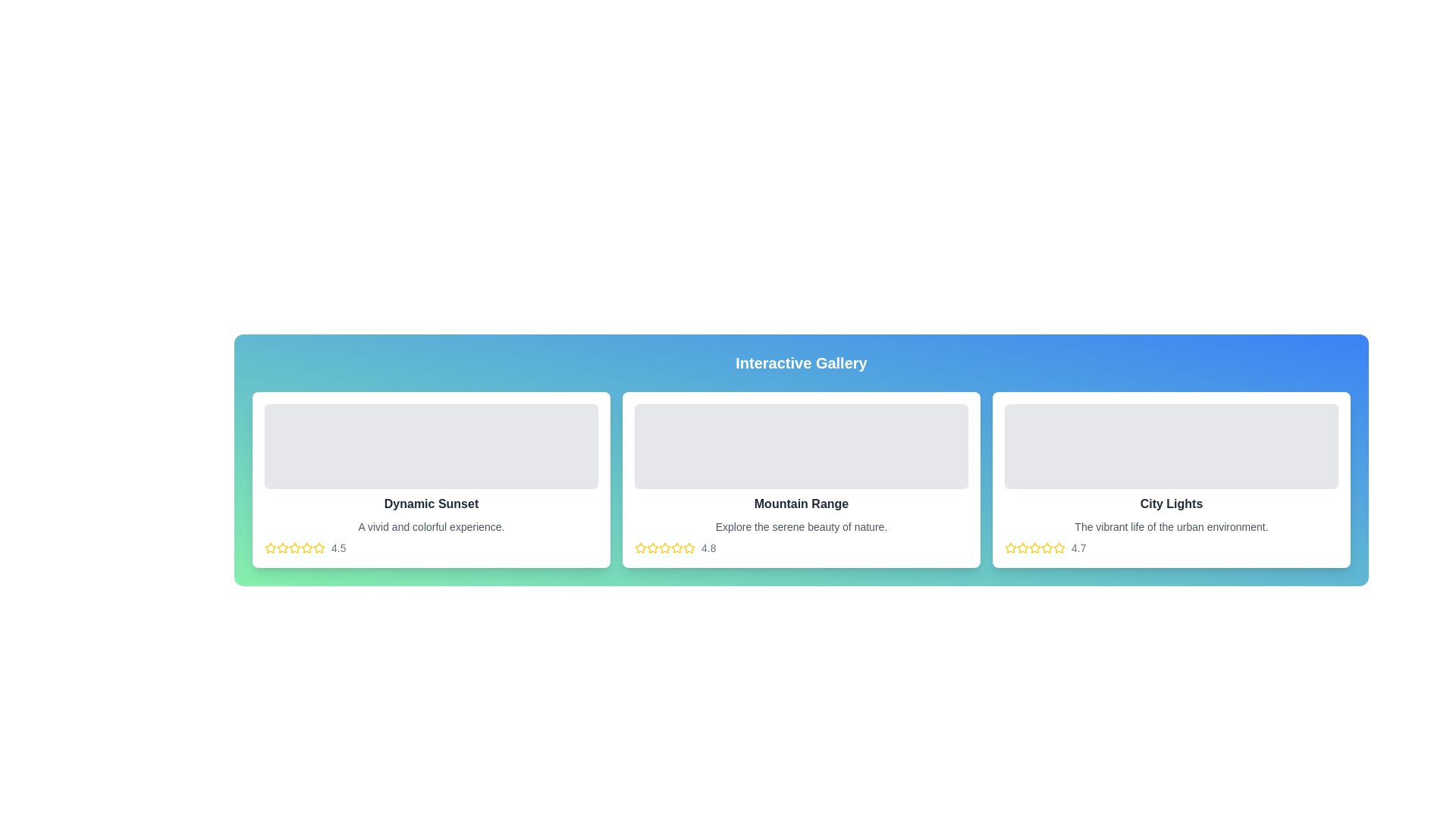 The image size is (1456, 819). I want to click on the text display showing the numerical rating value located in the bottom left corner of the first card, to the right of the star icons, so click(337, 548).